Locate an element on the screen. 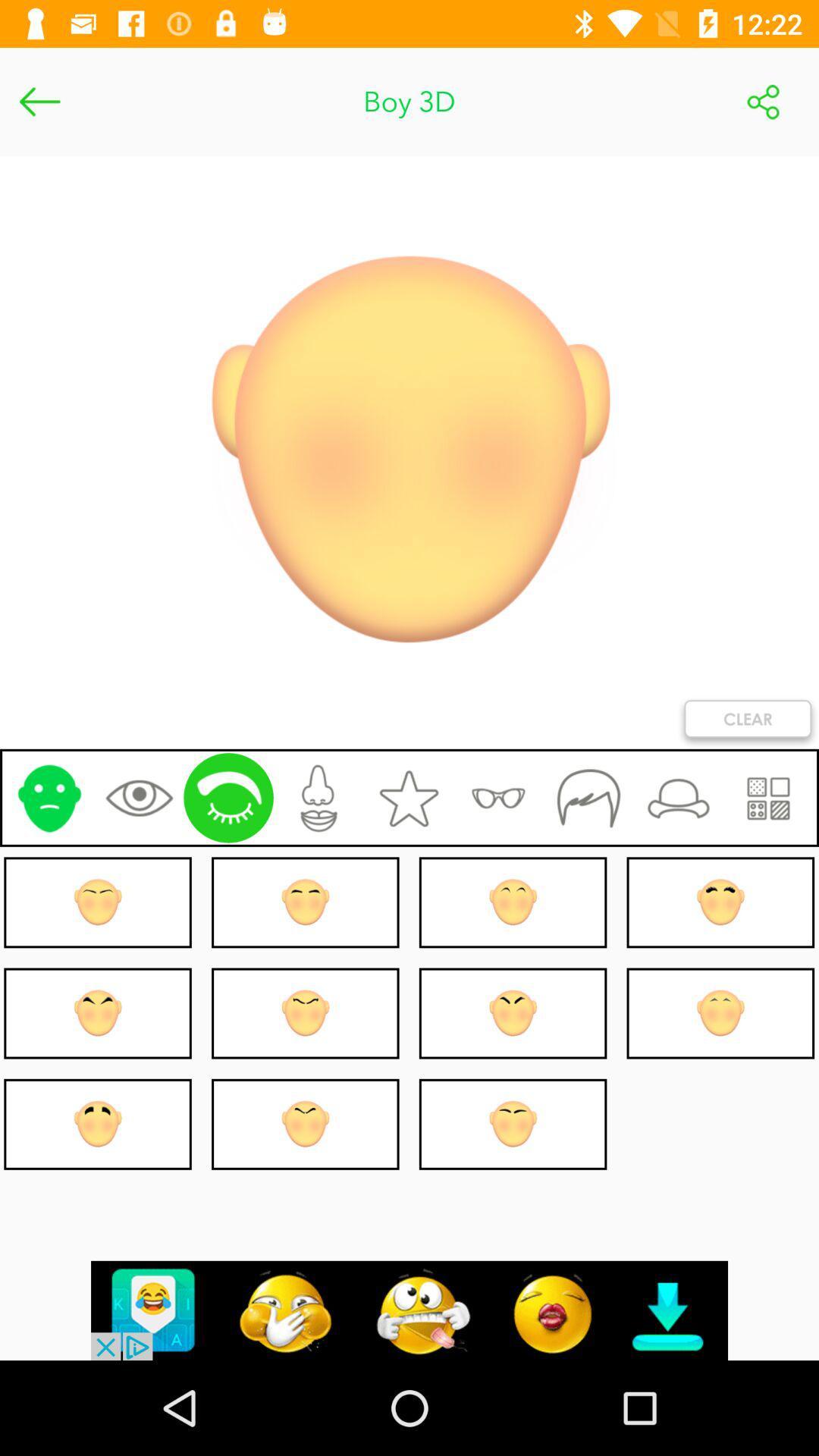 The image size is (819, 1456). clear choices is located at coordinates (747, 721).